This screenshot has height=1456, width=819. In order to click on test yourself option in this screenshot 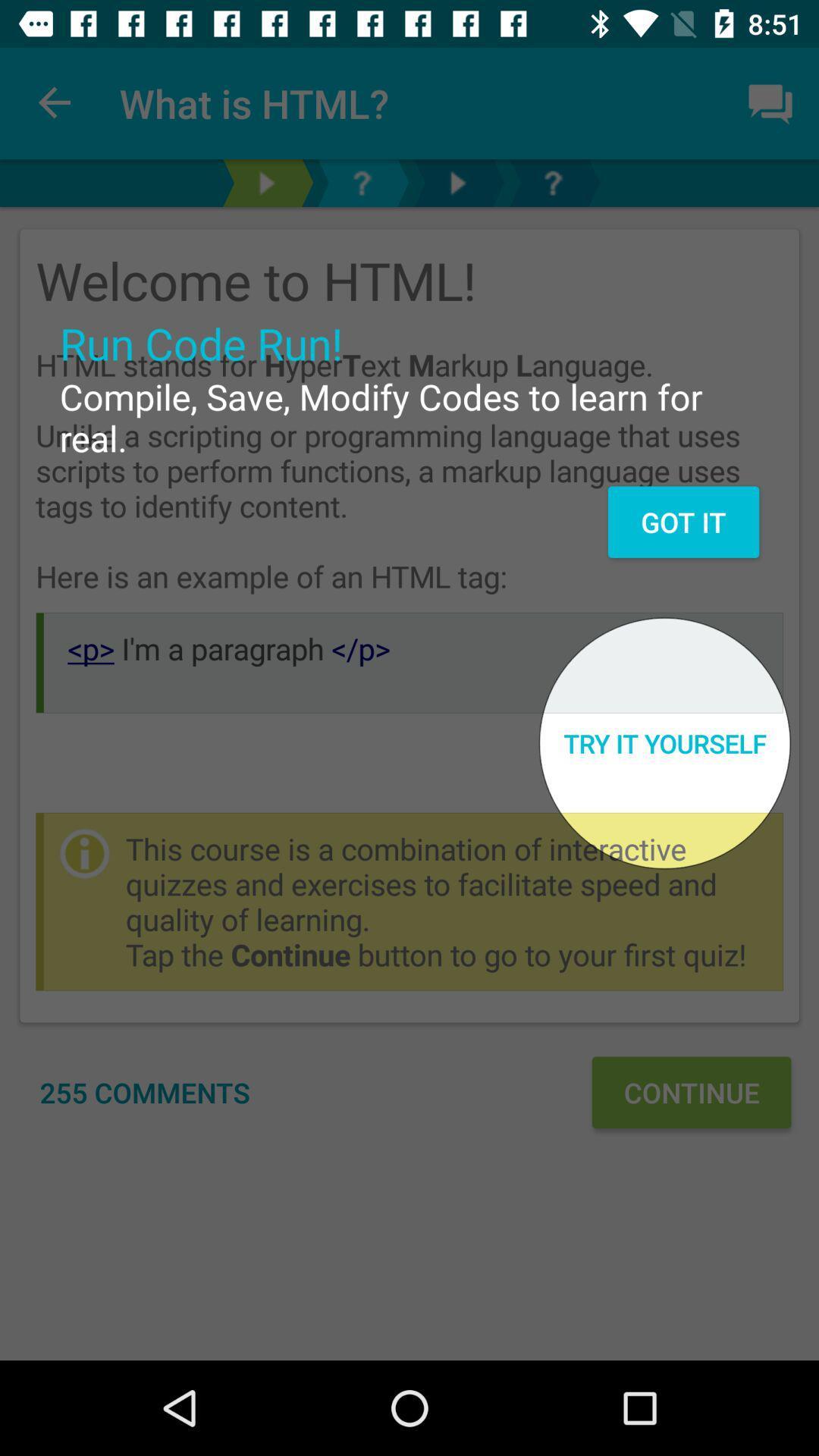, I will do `click(265, 182)`.